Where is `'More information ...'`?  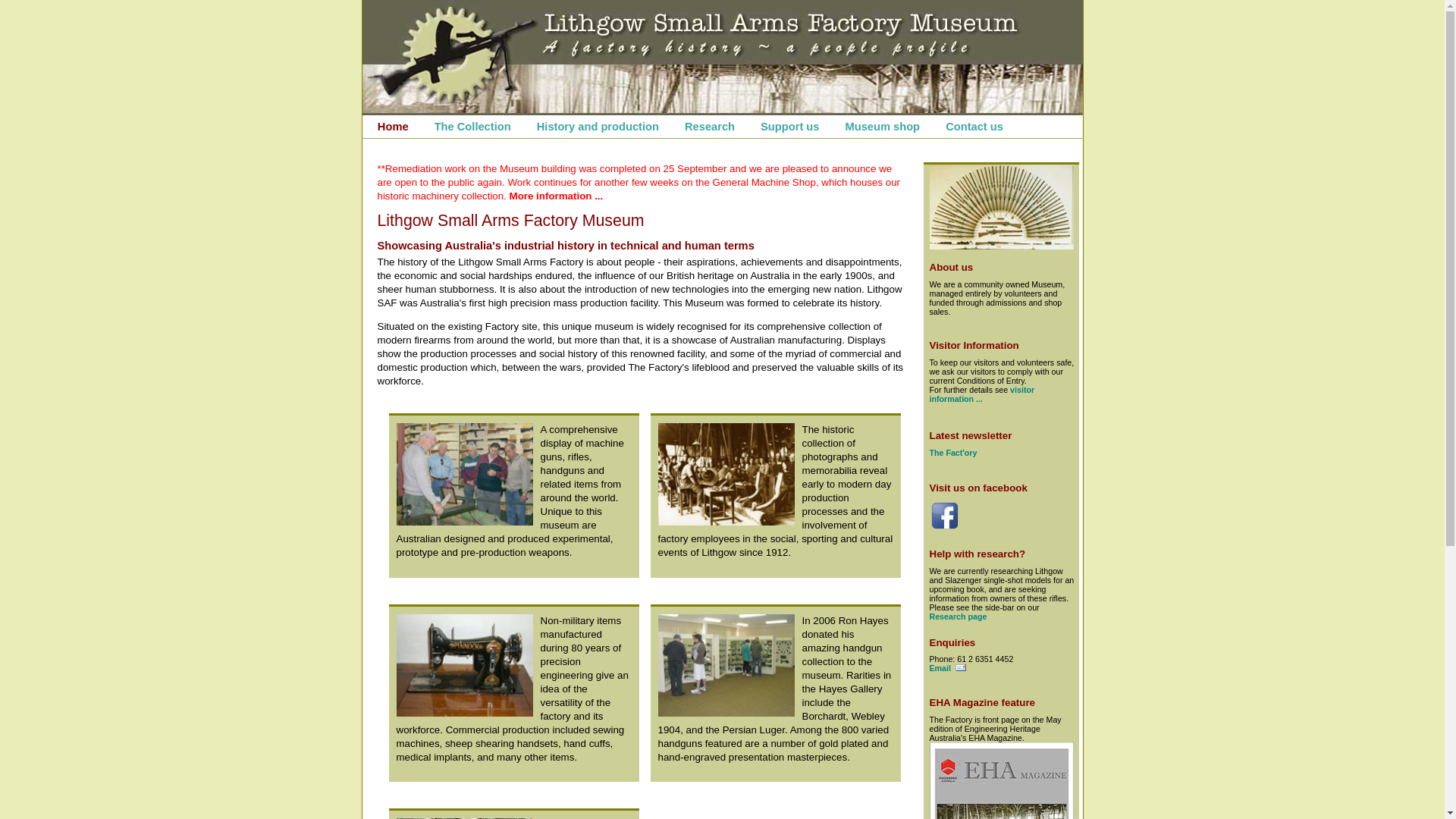
'More information ...' is located at coordinates (556, 195).